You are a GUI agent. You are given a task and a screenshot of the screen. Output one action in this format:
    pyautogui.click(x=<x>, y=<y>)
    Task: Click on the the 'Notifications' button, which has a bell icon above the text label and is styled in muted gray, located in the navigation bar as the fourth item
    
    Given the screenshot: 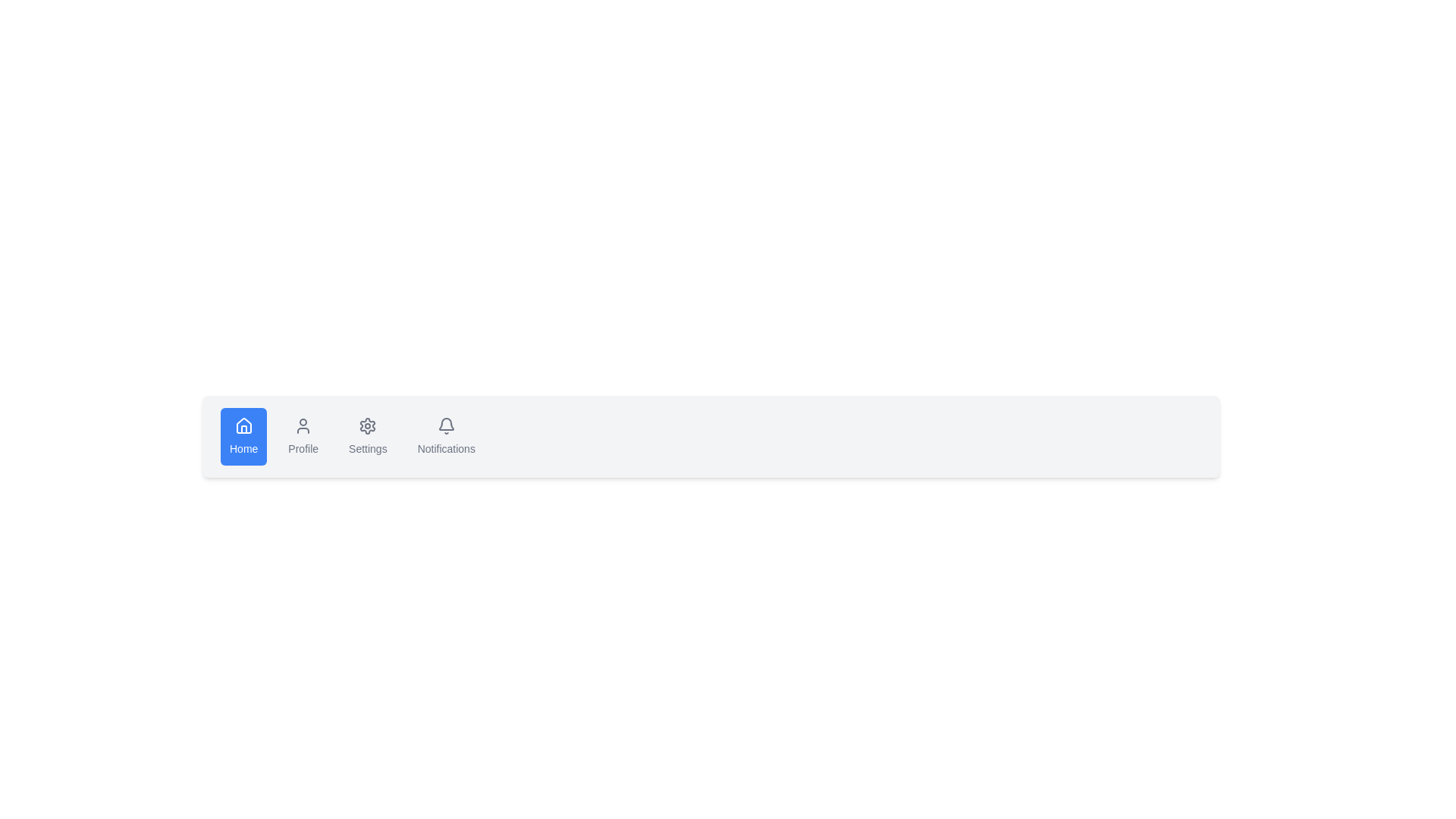 What is the action you would take?
    pyautogui.click(x=445, y=436)
    